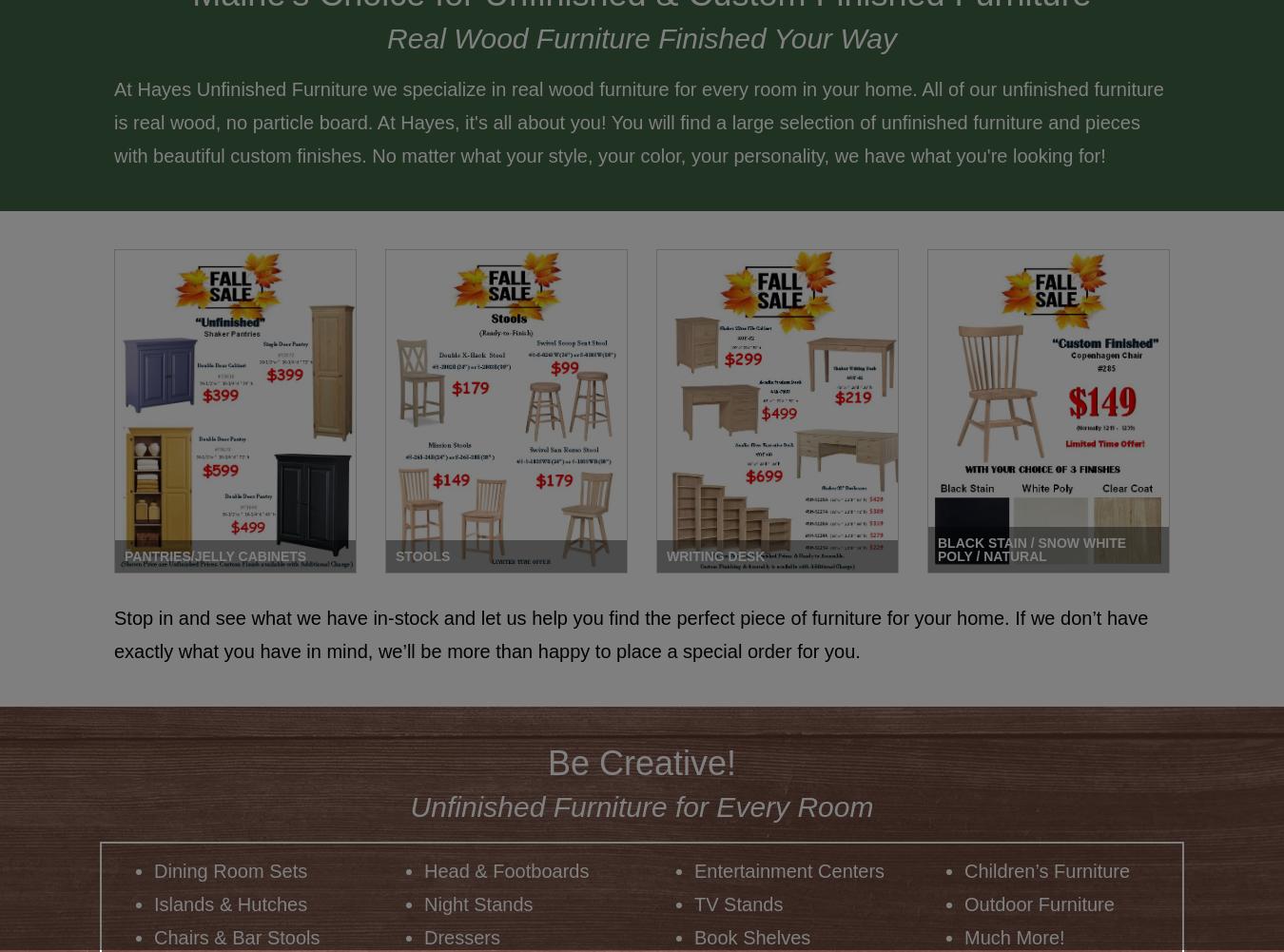 Image resolution: width=1284 pixels, height=952 pixels. Describe the element at coordinates (214, 554) in the screenshot. I see `'Pantries/Jelly Cabinets'` at that location.